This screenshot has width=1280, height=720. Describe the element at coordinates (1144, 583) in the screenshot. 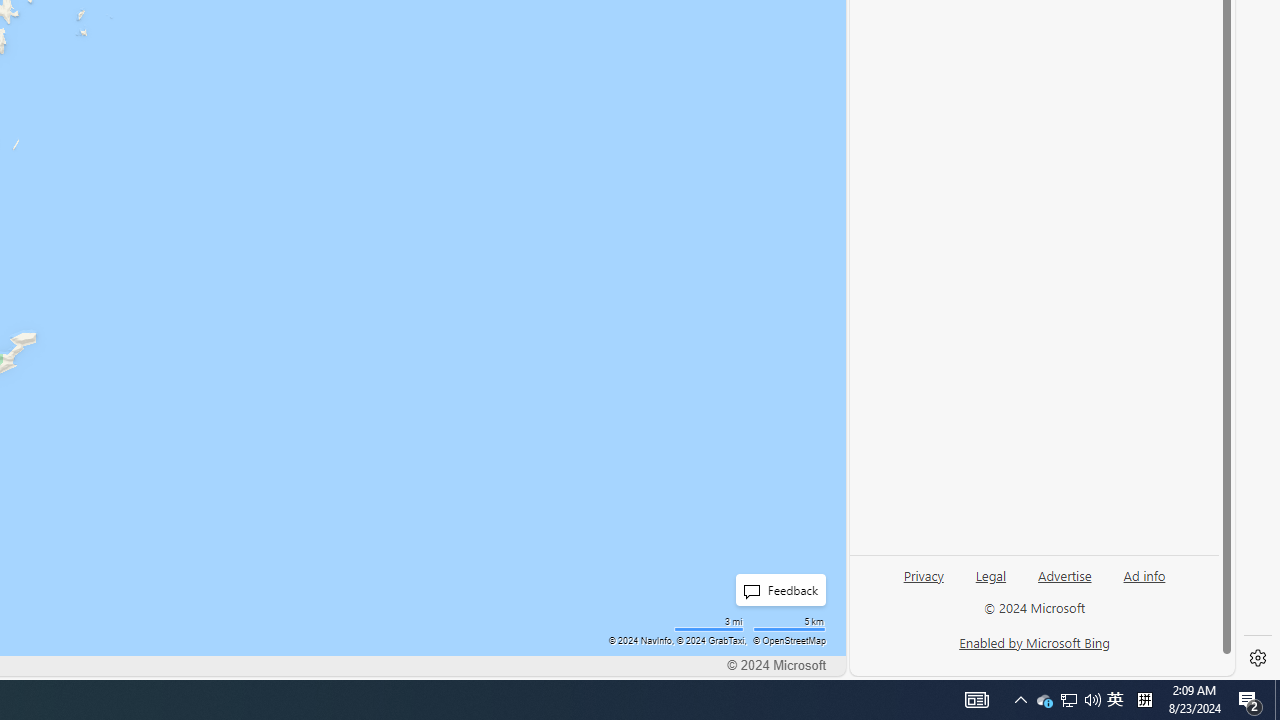

I see `'Ad info'` at that location.